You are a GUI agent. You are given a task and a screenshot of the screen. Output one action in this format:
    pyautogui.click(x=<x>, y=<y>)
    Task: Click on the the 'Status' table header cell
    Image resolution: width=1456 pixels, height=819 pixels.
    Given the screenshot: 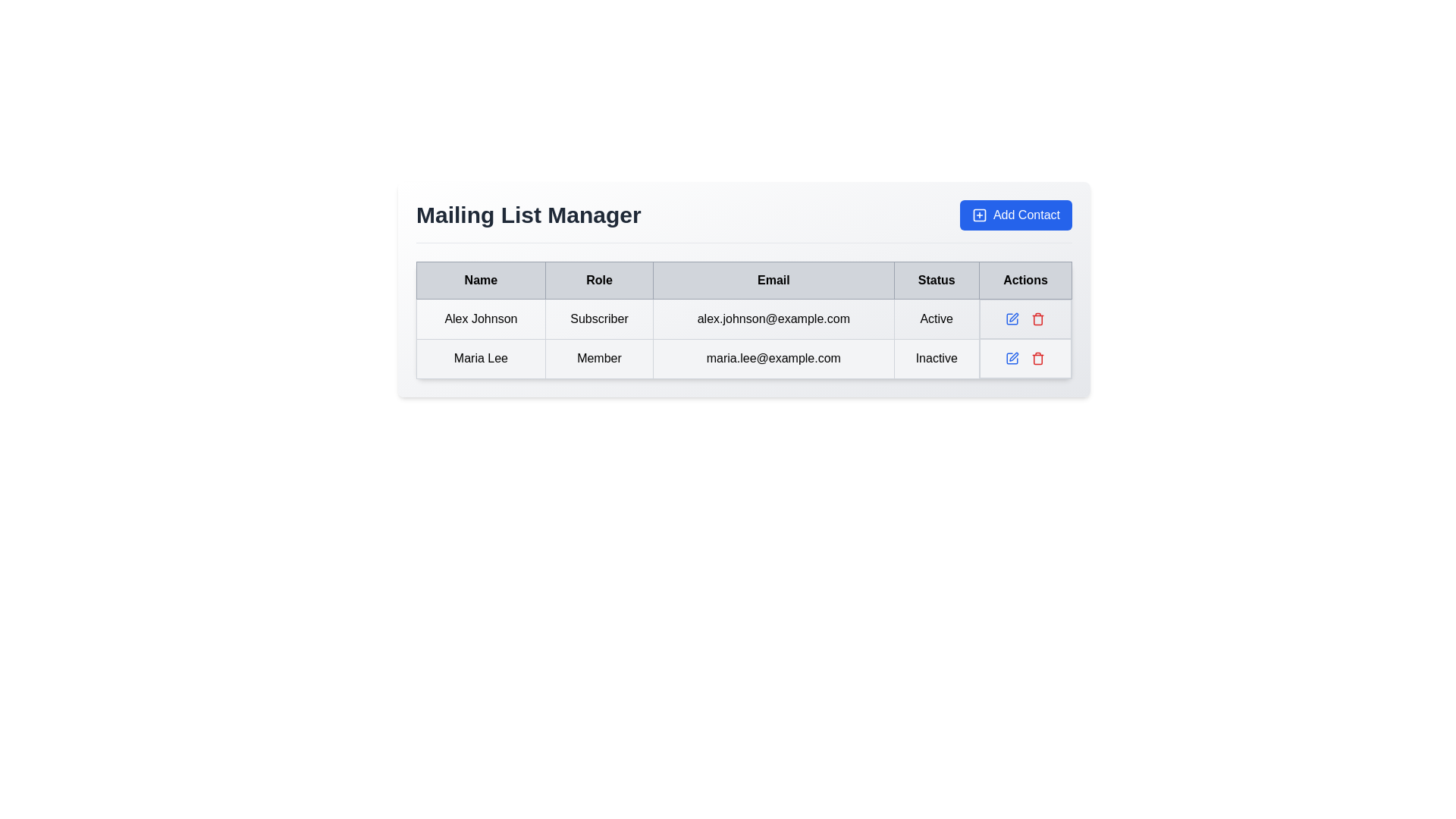 What is the action you would take?
    pyautogui.click(x=936, y=281)
    